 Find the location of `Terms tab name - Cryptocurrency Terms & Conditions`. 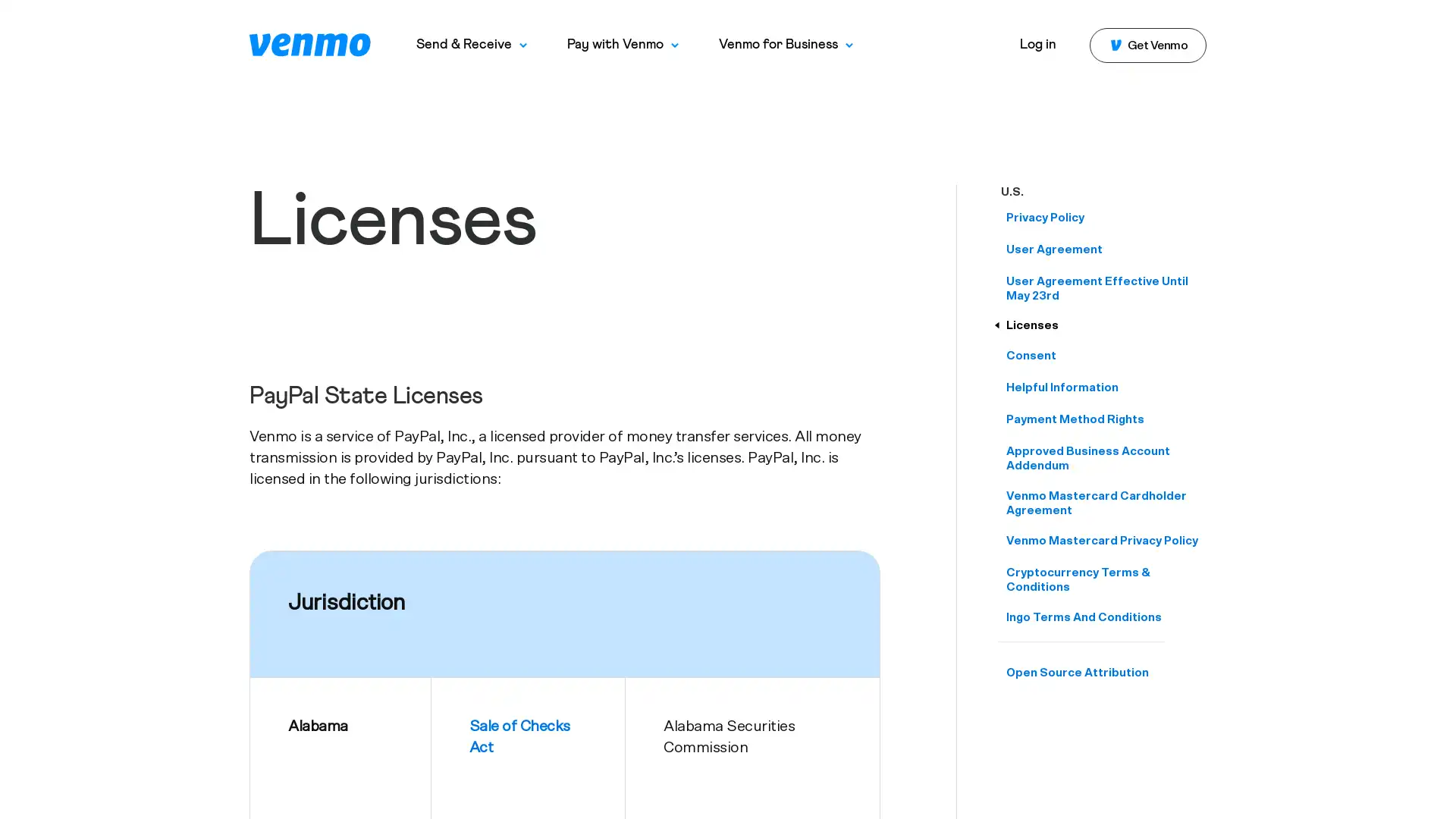

Terms tab name - Cryptocurrency Terms & Conditions is located at coordinates (1106, 579).